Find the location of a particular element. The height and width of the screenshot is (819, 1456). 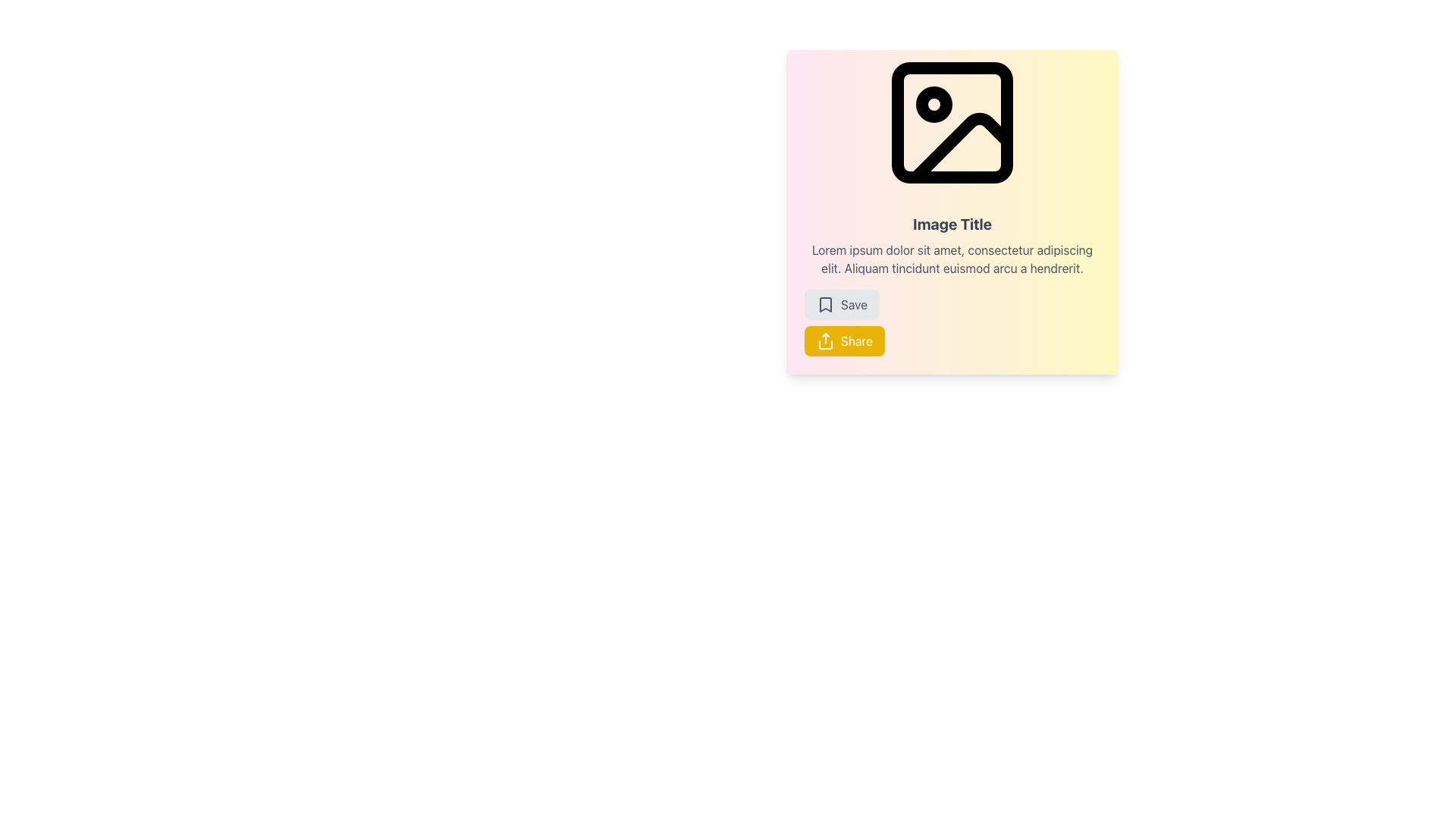

the 'Share' button icon located in the bottom-right corner of the card layout is located at coordinates (825, 341).